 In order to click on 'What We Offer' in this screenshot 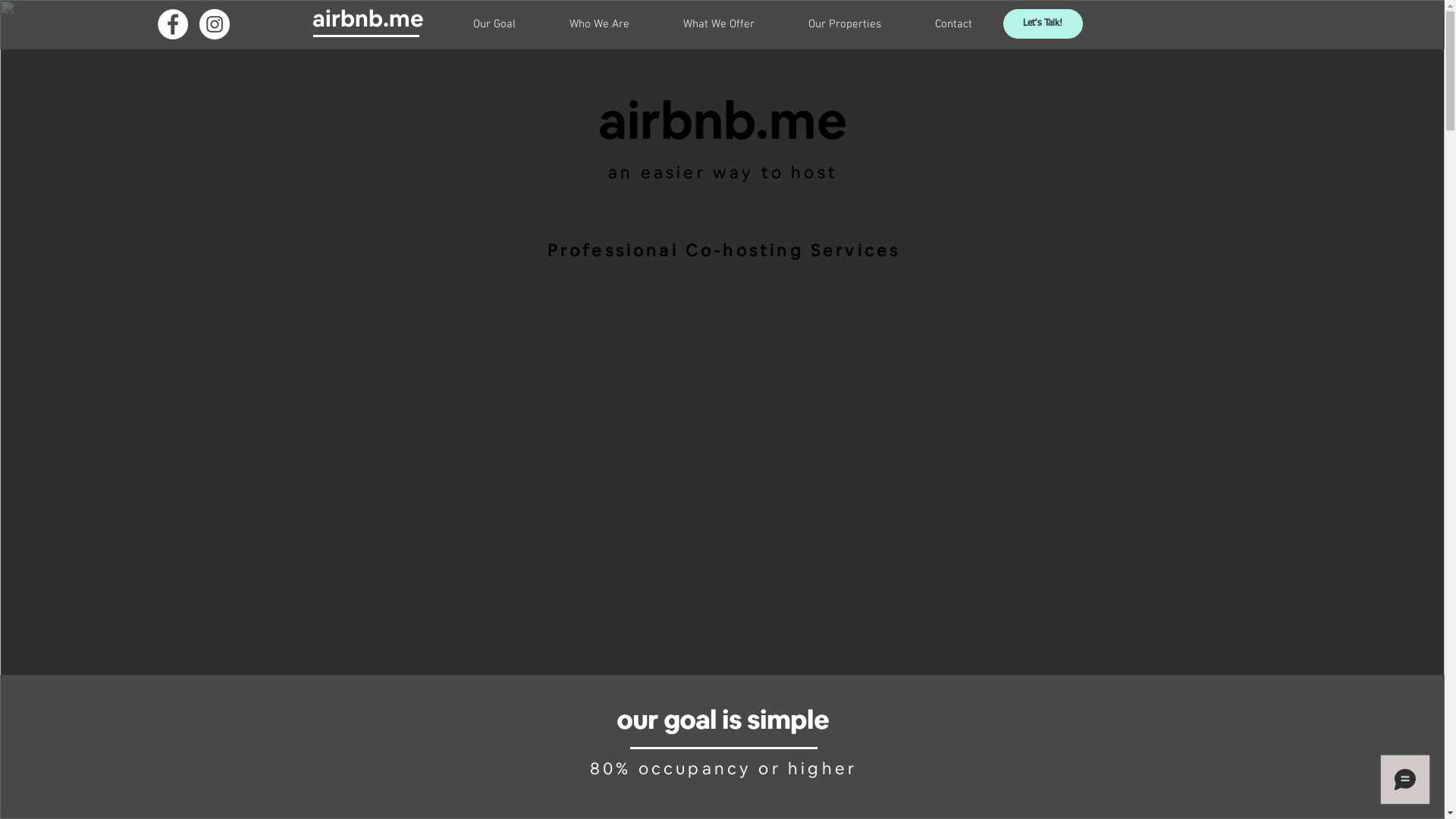, I will do `click(656, 24)`.